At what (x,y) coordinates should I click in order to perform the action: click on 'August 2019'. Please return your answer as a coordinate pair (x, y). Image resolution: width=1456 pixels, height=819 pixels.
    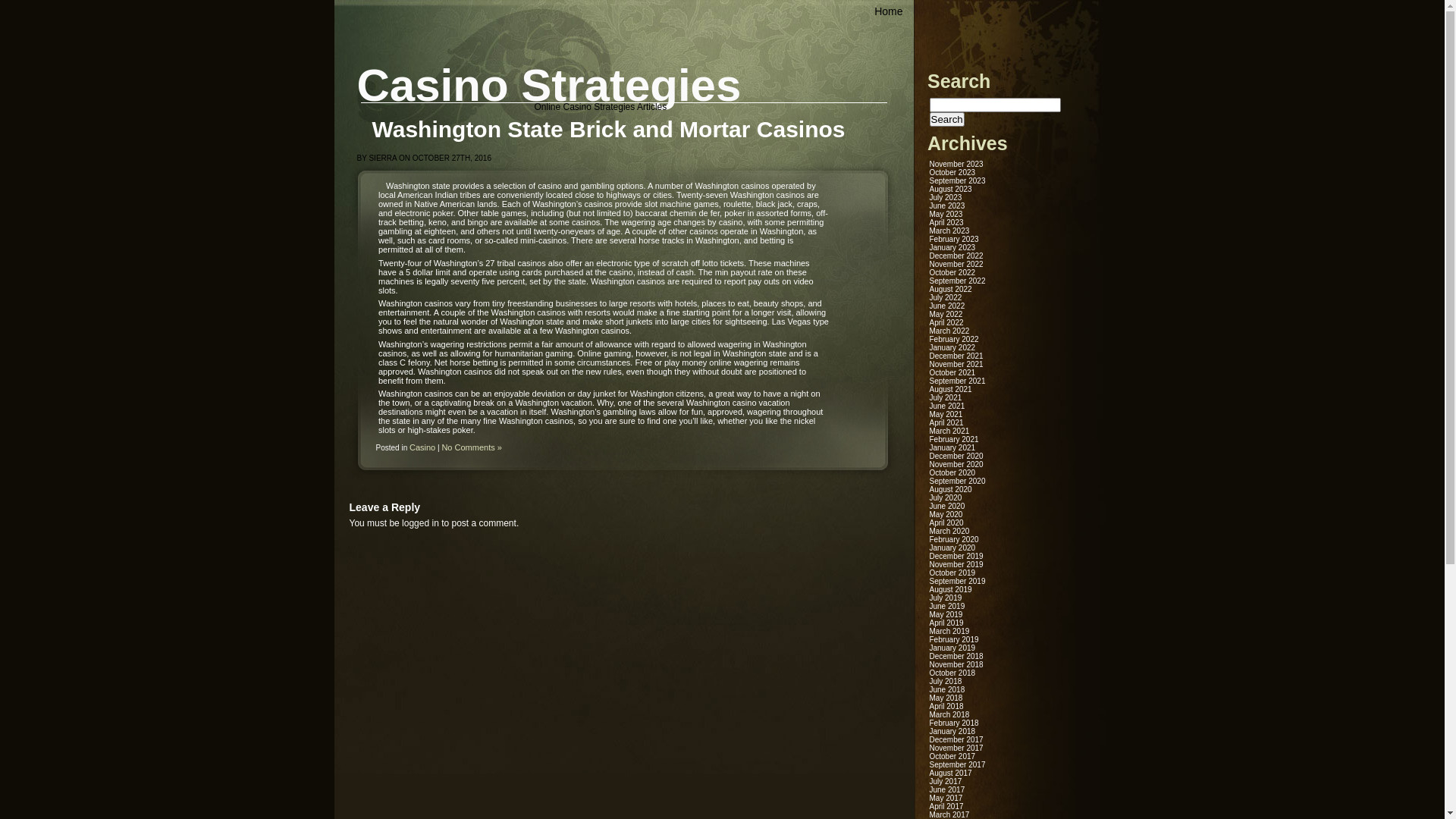
    Looking at the image, I should click on (949, 588).